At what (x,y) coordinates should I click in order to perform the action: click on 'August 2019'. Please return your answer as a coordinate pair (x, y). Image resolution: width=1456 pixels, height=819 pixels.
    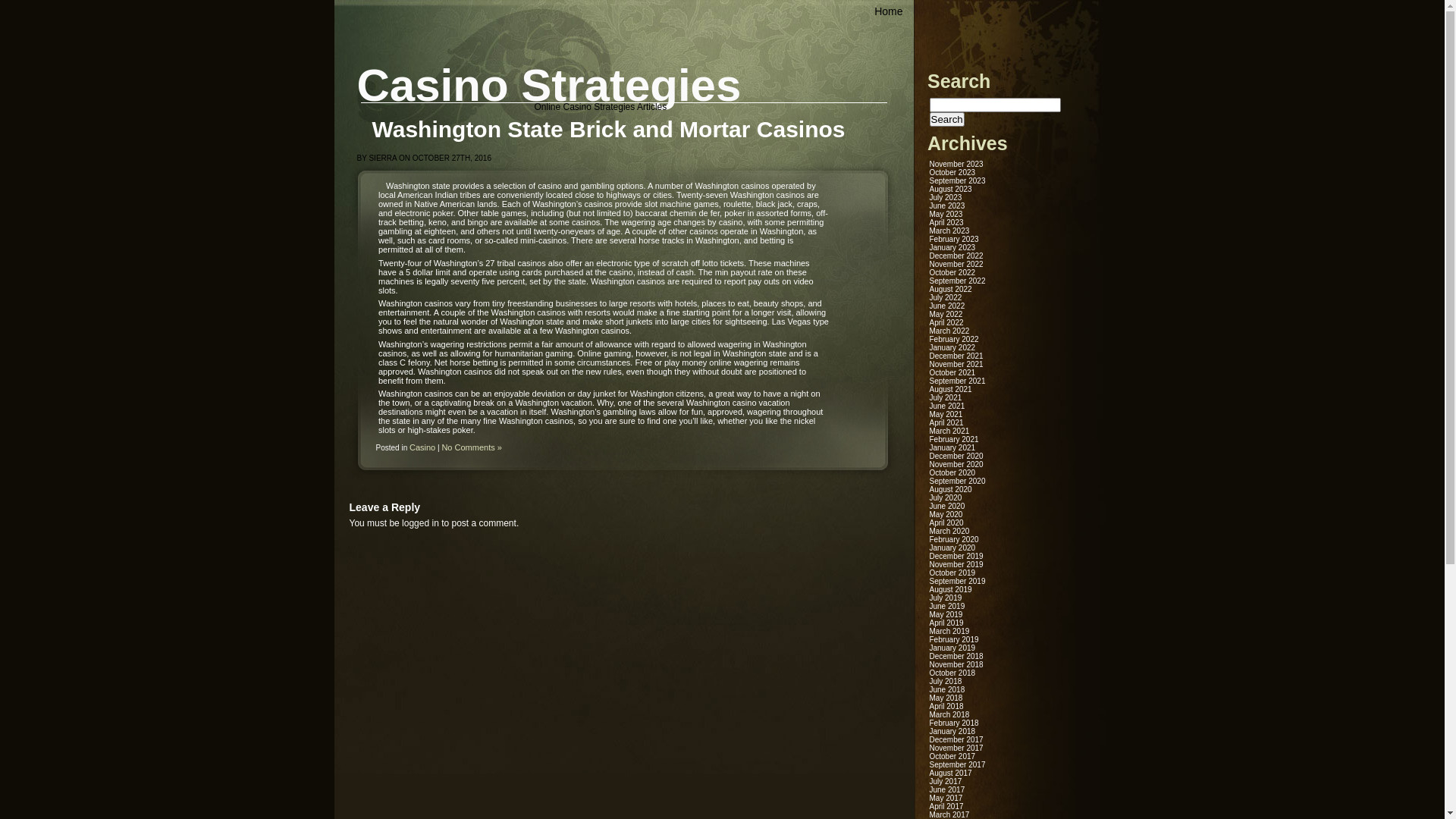
    Looking at the image, I should click on (949, 588).